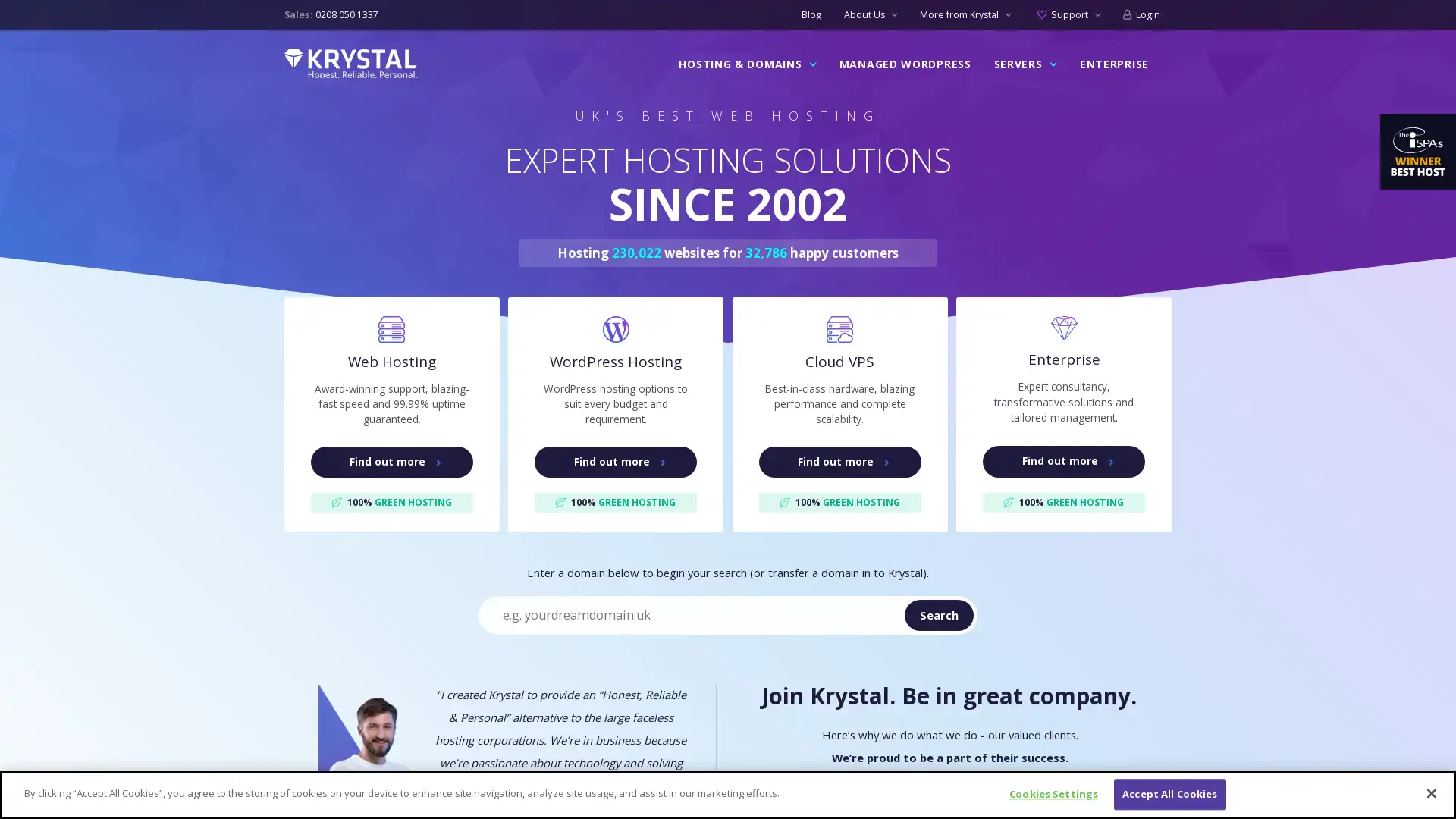 Image resolution: width=1456 pixels, height=819 pixels. Describe the element at coordinates (1169, 793) in the screenshot. I see `Accept All Cookies` at that location.